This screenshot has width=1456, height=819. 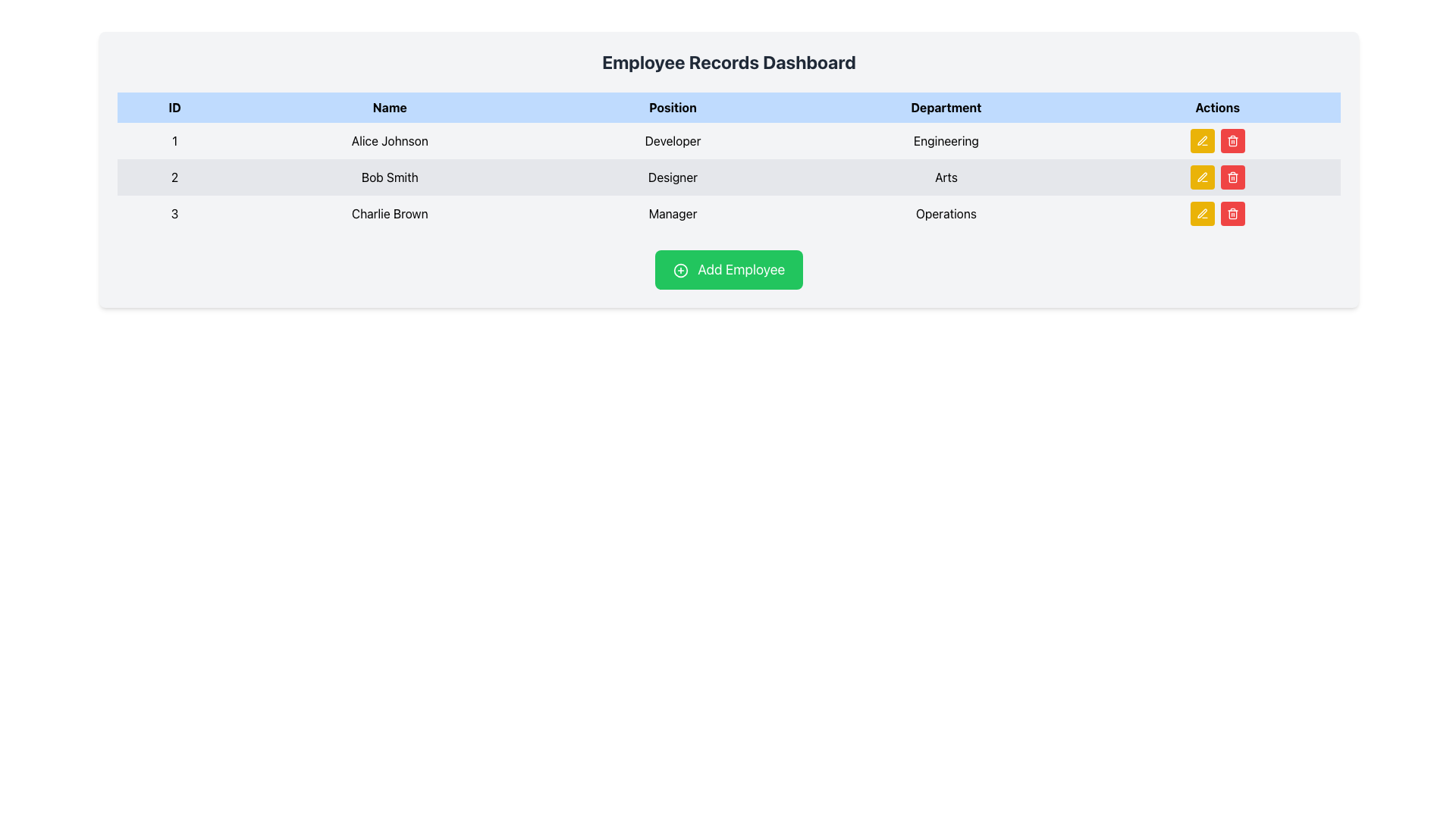 What do you see at coordinates (729, 268) in the screenshot?
I see `the button located at the bottom center of the interface` at bounding box center [729, 268].